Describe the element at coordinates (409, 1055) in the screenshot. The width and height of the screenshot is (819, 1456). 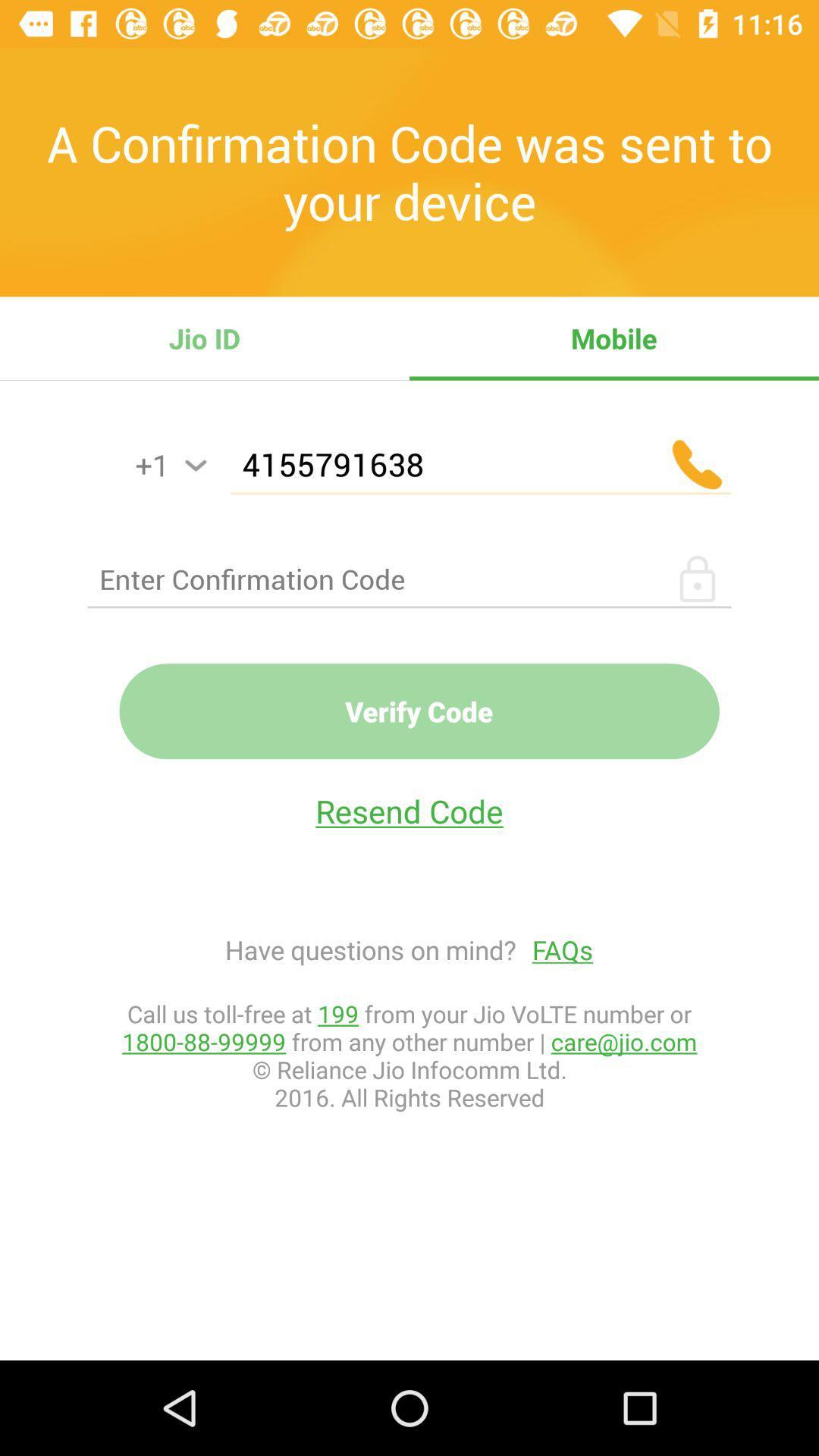
I see `the call us toll icon` at that location.